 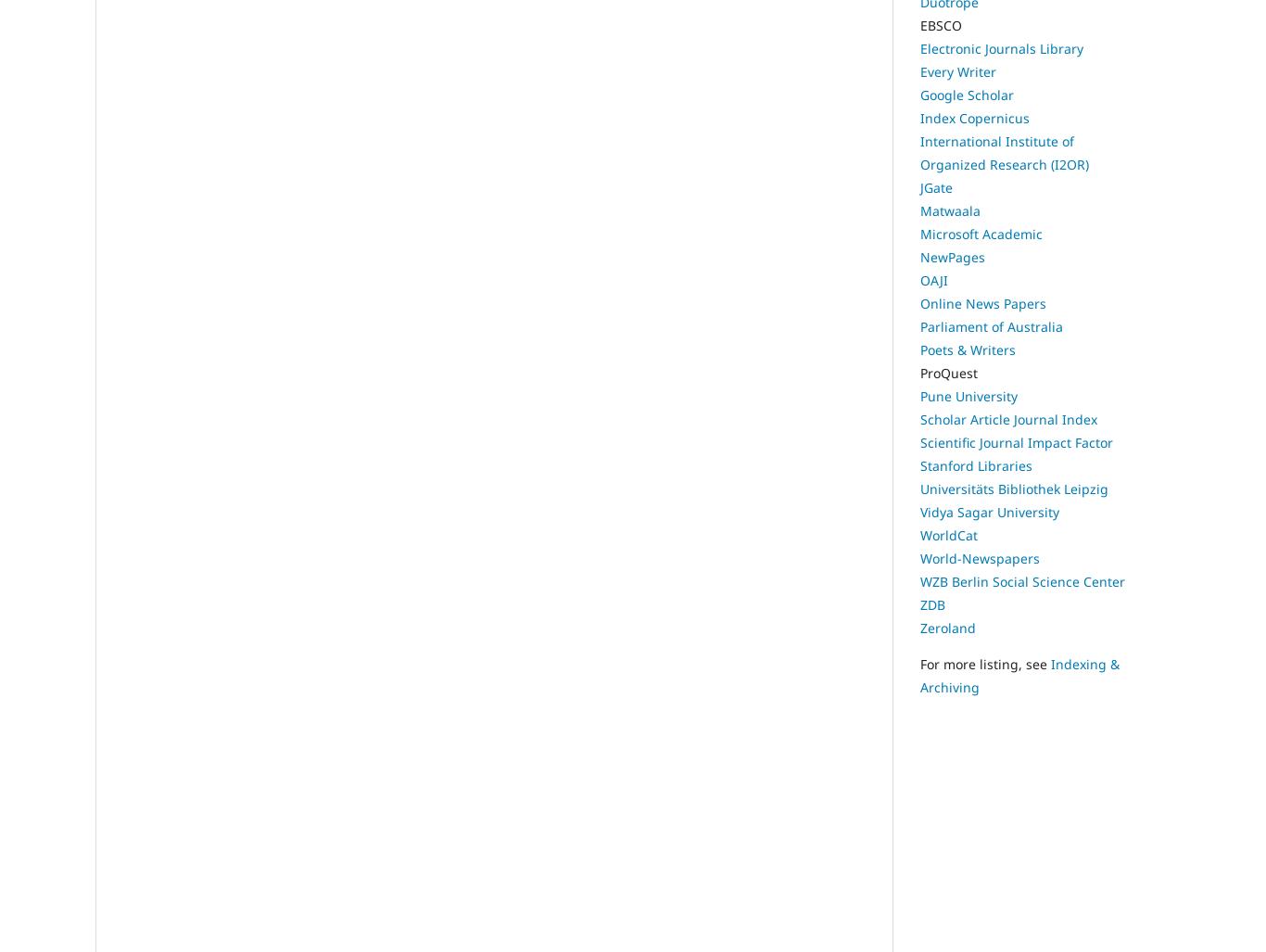 I want to click on 'WorldCat', so click(x=948, y=535).